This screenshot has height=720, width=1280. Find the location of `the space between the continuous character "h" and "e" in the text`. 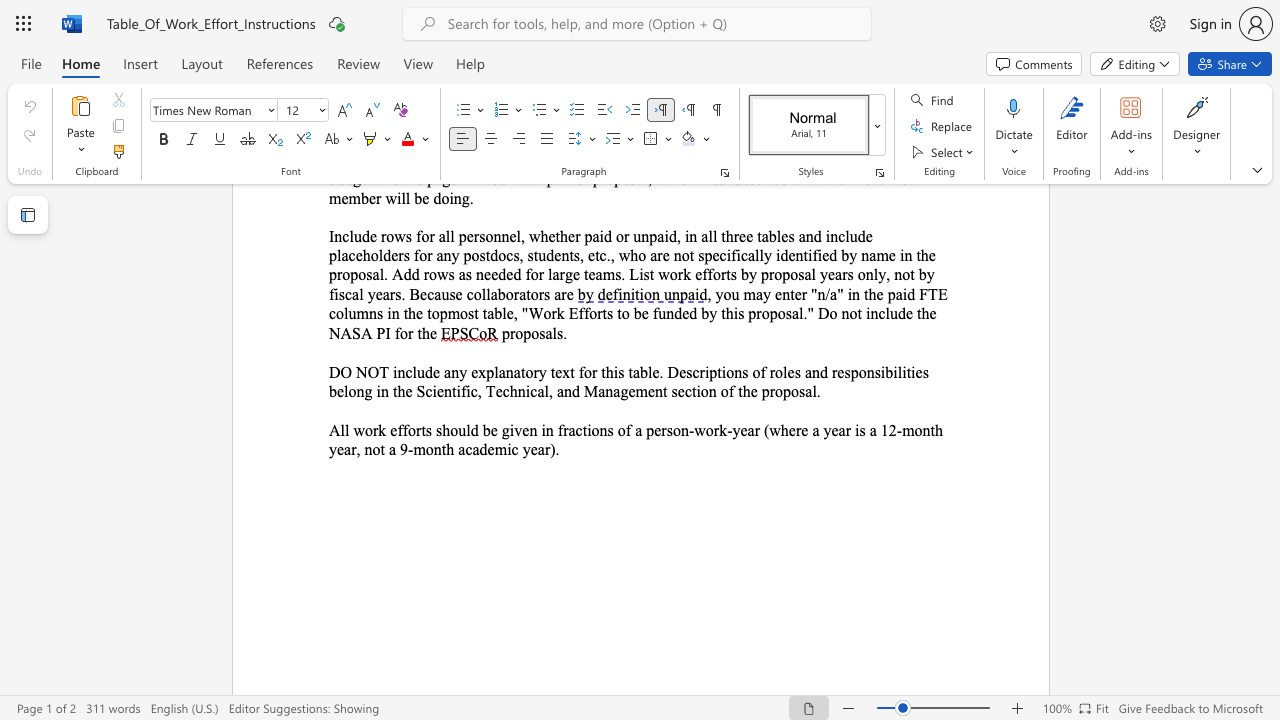

the space between the continuous character "h" and "e" in the text is located at coordinates (787, 429).